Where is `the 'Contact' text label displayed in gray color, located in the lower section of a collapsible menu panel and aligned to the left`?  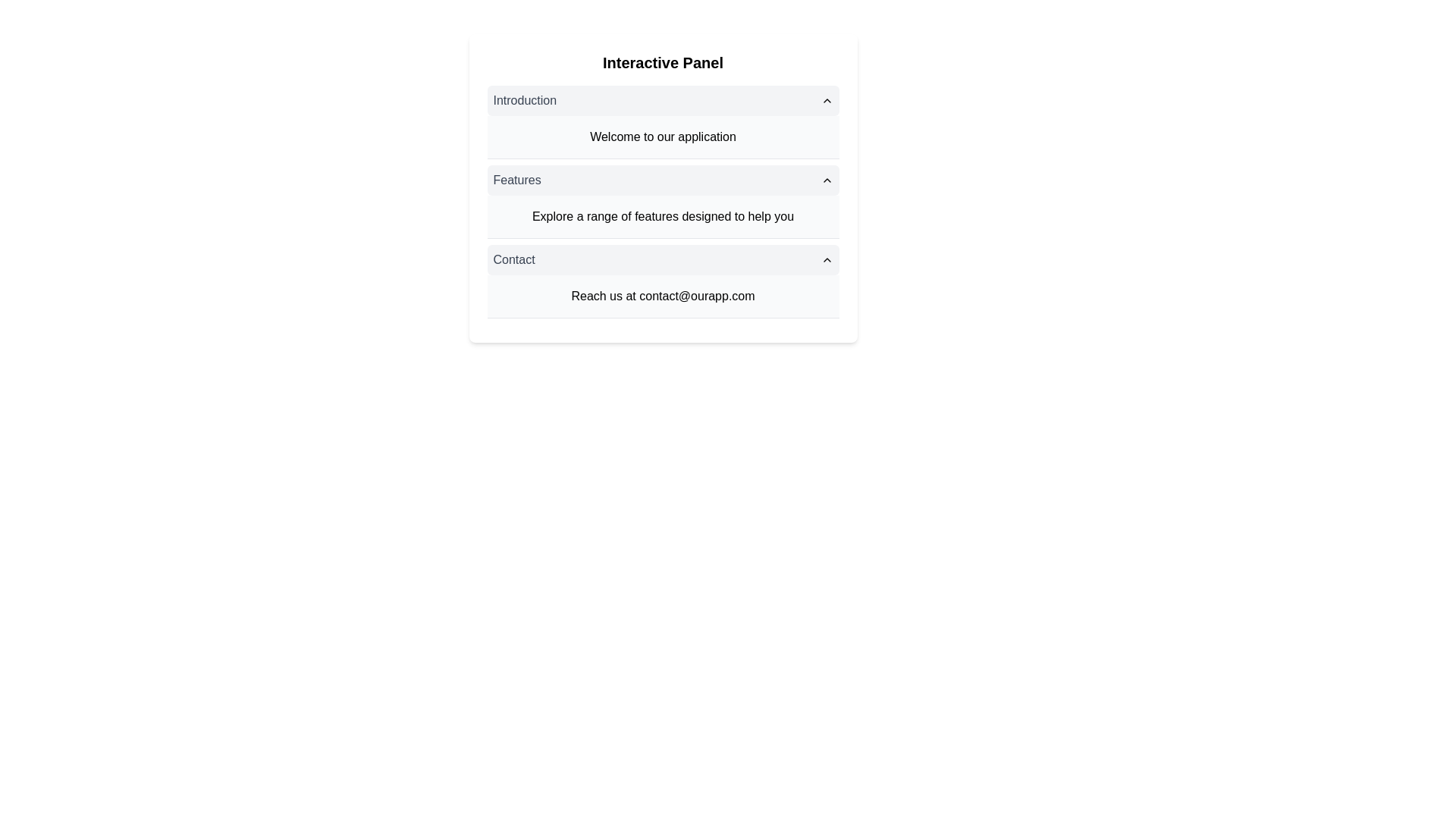
the 'Contact' text label displayed in gray color, located in the lower section of a collapsible menu panel and aligned to the left is located at coordinates (513, 259).